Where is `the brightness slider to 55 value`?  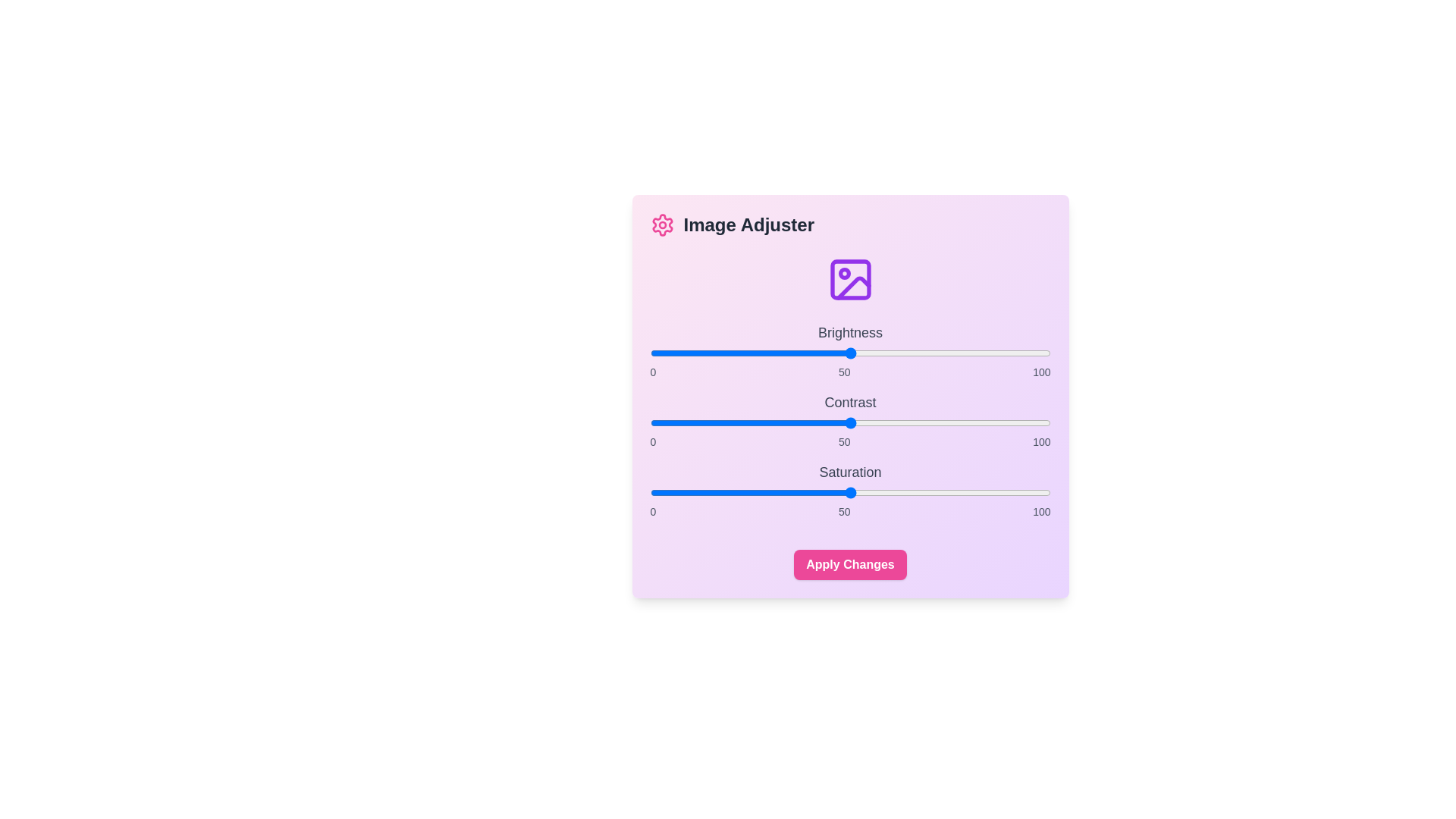 the brightness slider to 55 value is located at coordinates (870, 353).